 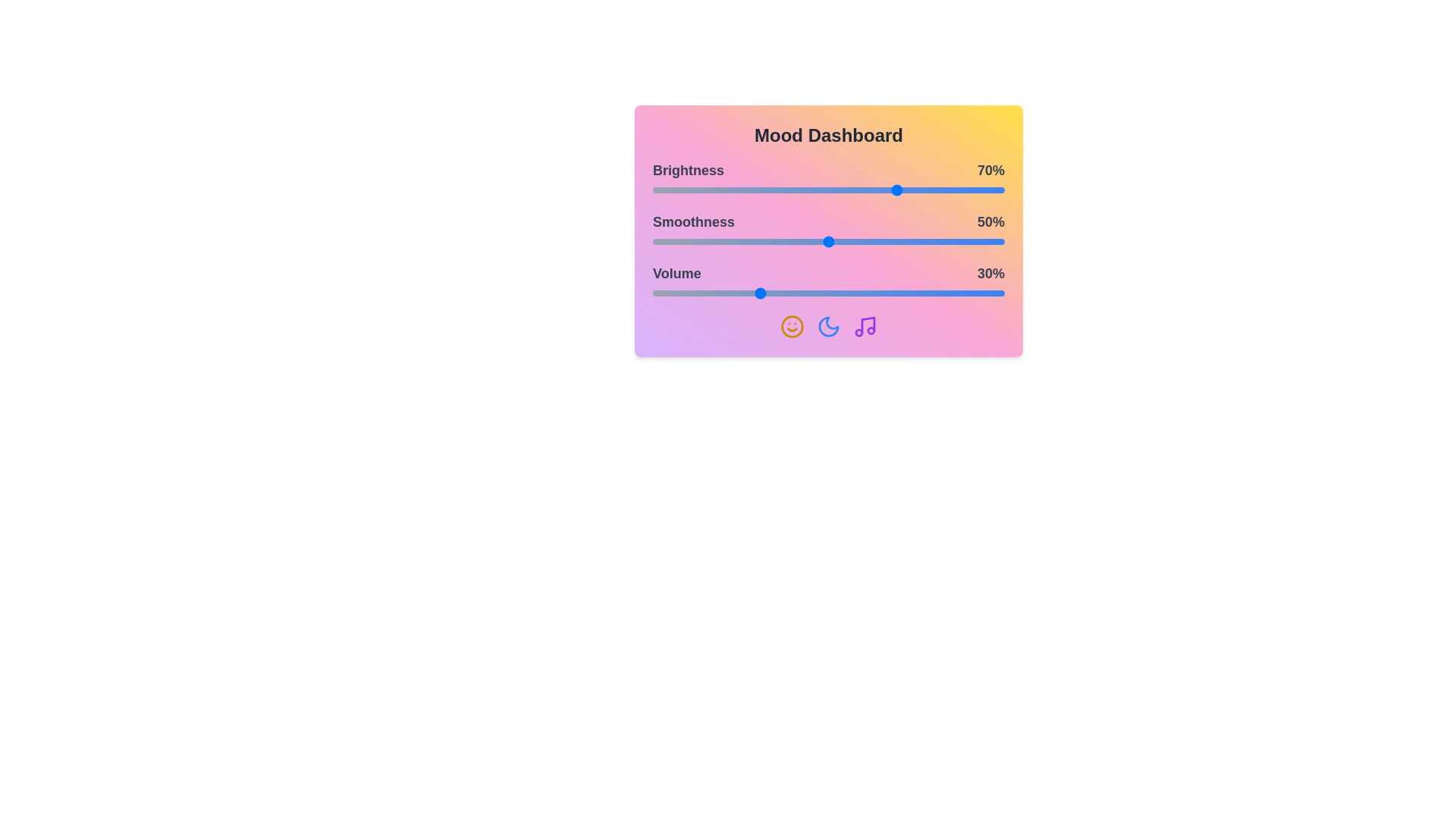 What do you see at coordinates (673, 241) in the screenshot?
I see `the 1 slider to 6%` at bounding box center [673, 241].